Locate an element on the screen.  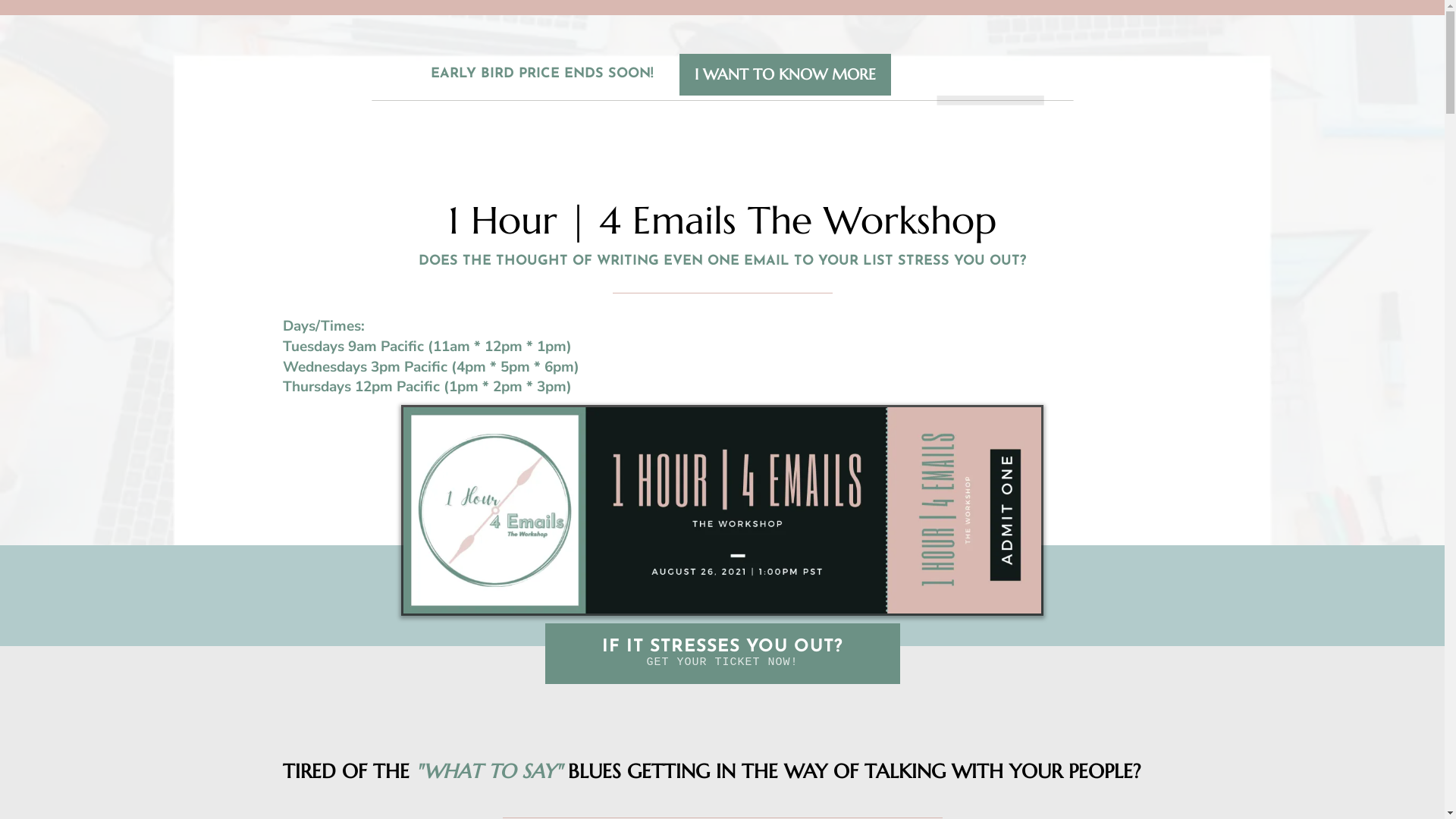
'IF IT STRESSES YOU OUT? is located at coordinates (720, 652).